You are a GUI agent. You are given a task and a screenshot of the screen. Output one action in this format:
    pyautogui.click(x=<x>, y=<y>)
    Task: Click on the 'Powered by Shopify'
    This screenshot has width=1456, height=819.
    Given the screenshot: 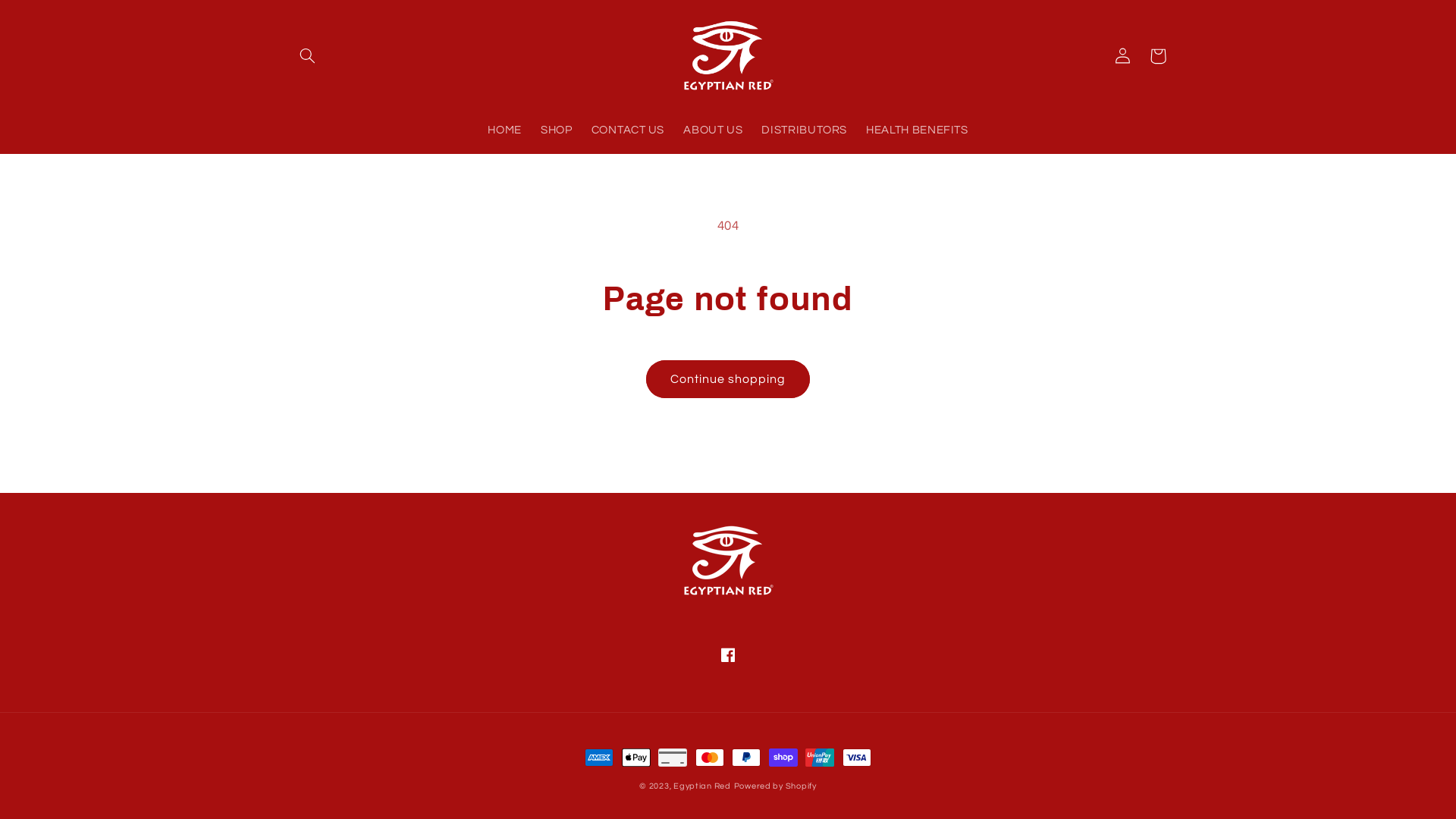 What is the action you would take?
    pyautogui.click(x=775, y=785)
    